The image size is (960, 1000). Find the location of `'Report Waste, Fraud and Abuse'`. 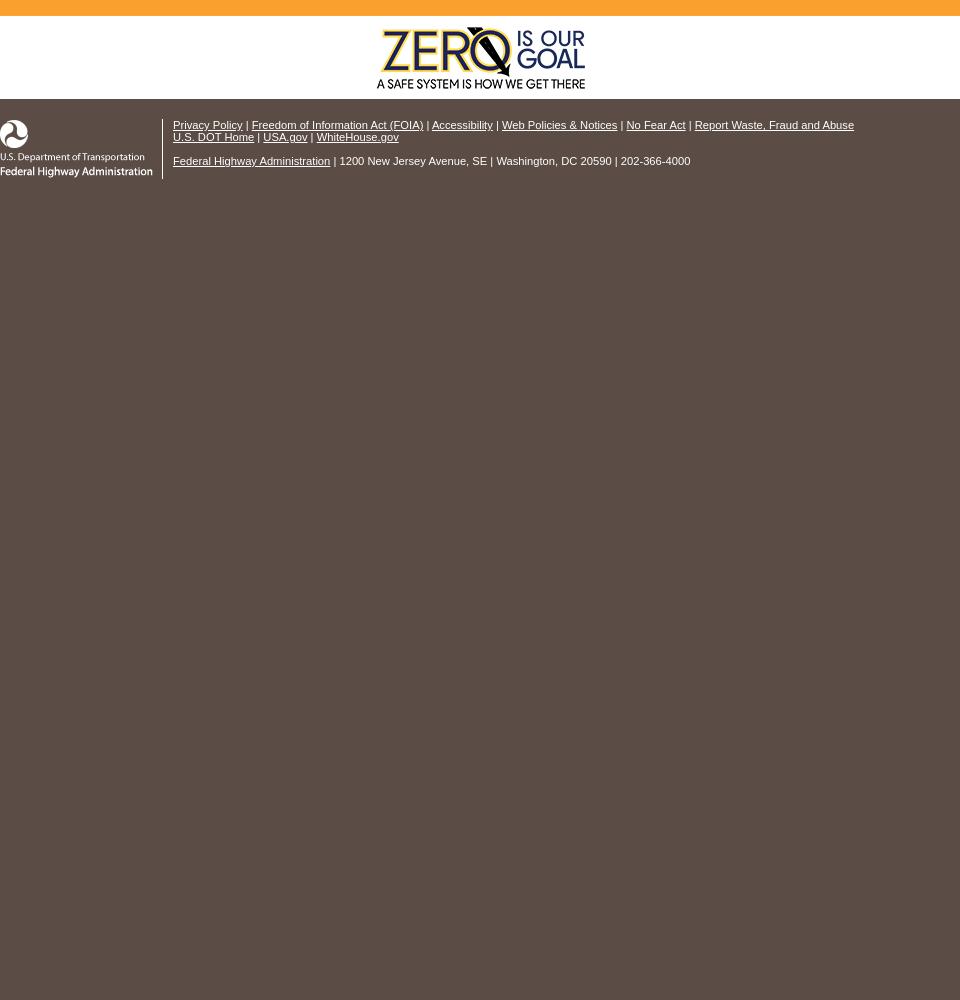

'Report Waste, Fraud and Abuse' is located at coordinates (772, 125).